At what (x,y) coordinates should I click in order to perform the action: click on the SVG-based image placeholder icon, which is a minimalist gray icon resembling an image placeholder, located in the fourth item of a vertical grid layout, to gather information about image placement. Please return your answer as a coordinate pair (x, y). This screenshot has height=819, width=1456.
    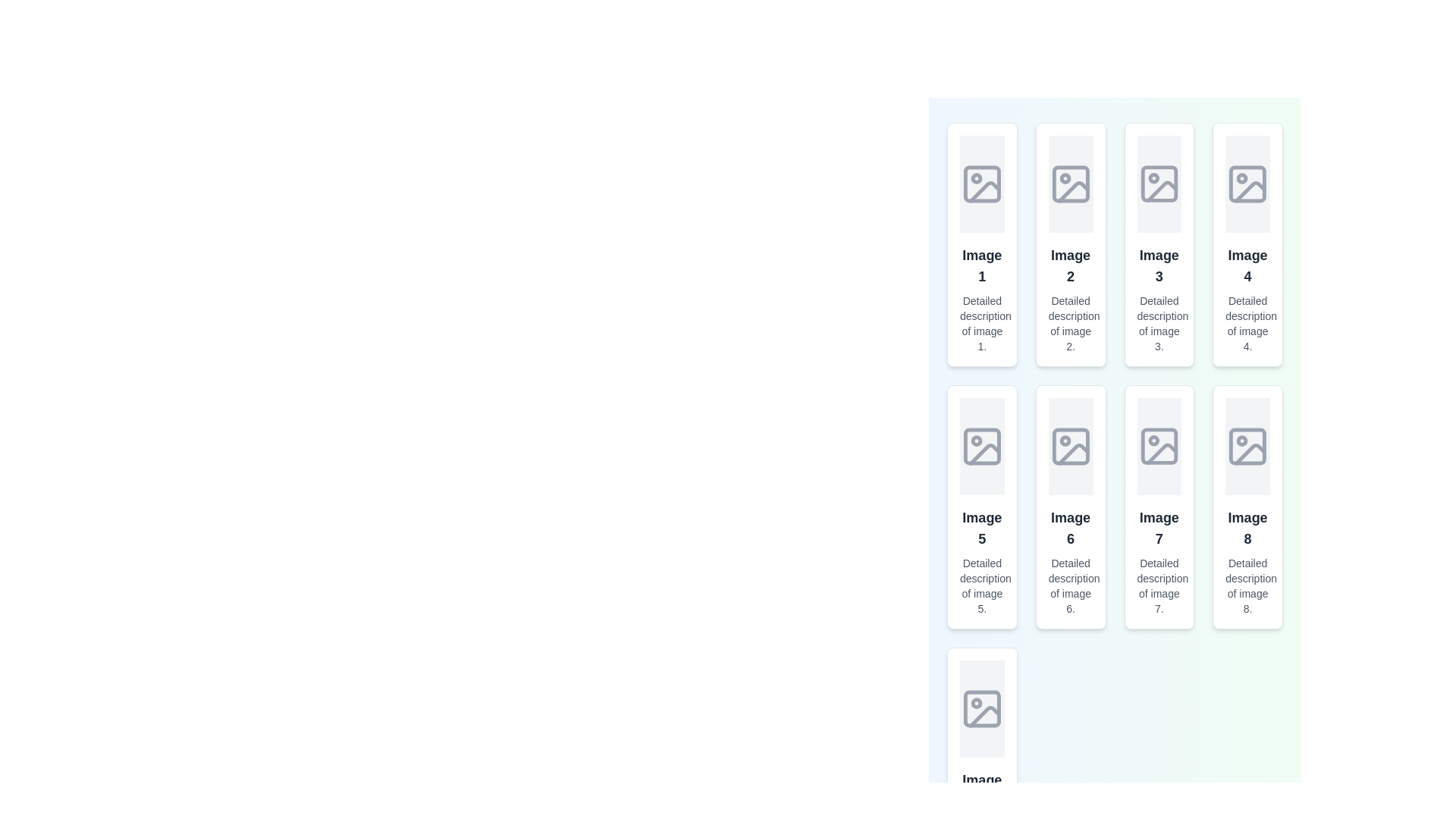
    Looking at the image, I should click on (1247, 184).